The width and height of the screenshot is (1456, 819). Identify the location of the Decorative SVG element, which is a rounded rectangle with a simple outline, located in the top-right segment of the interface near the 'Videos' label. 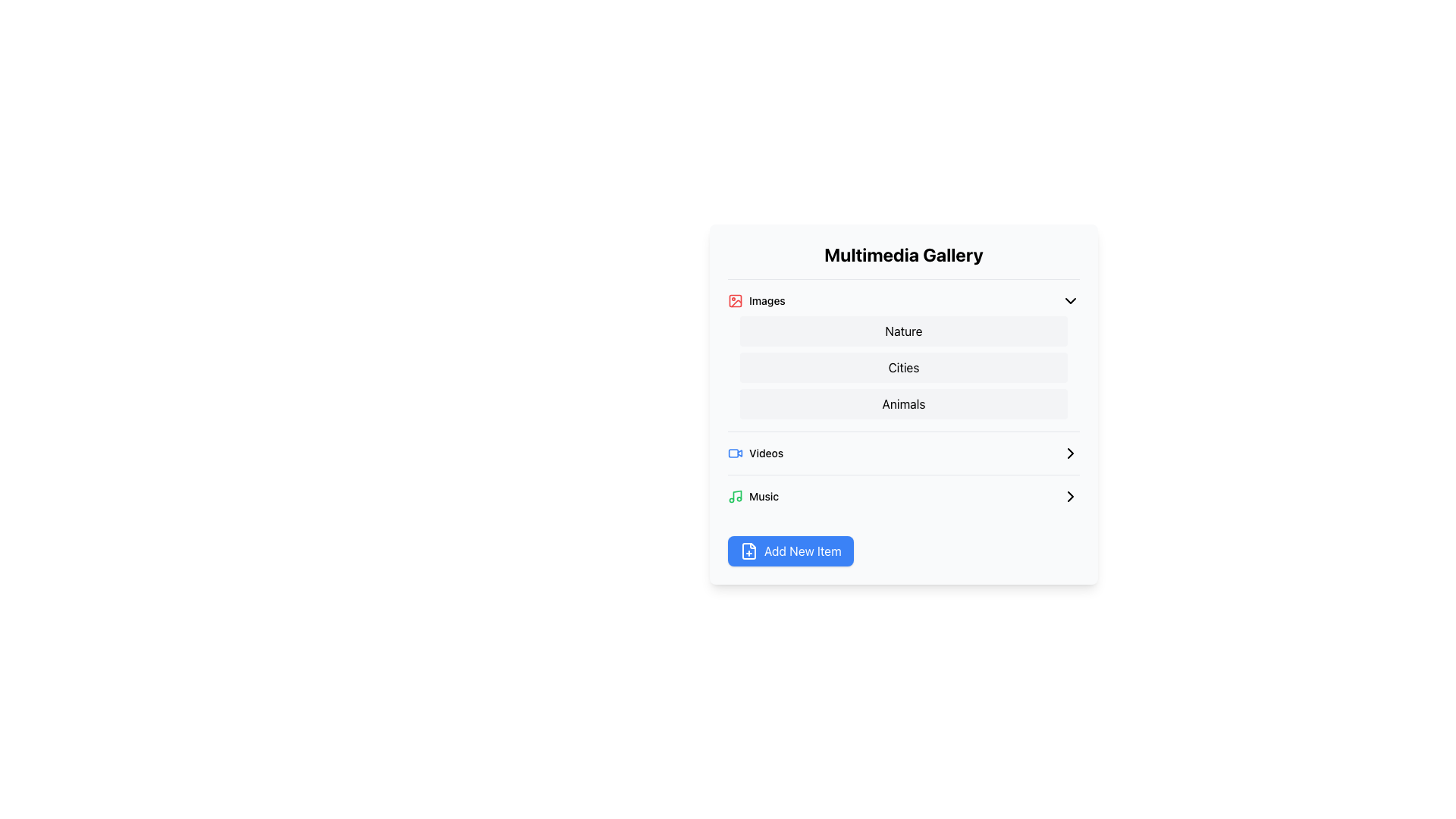
(733, 452).